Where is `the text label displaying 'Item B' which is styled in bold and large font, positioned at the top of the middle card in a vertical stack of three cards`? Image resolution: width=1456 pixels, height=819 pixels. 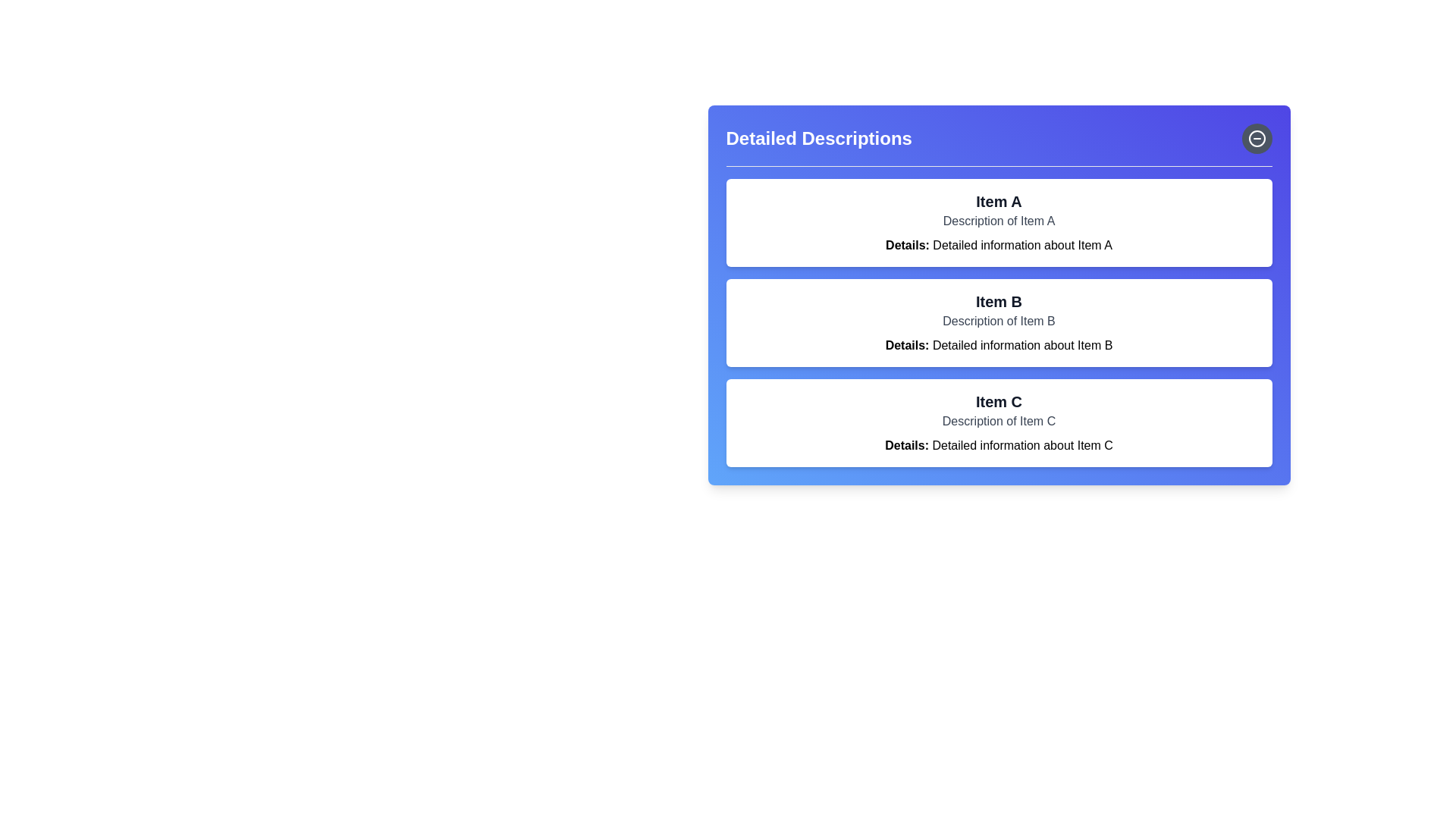 the text label displaying 'Item B' which is styled in bold and large font, positioned at the top of the middle card in a vertical stack of three cards is located at coordinates (999, 301).